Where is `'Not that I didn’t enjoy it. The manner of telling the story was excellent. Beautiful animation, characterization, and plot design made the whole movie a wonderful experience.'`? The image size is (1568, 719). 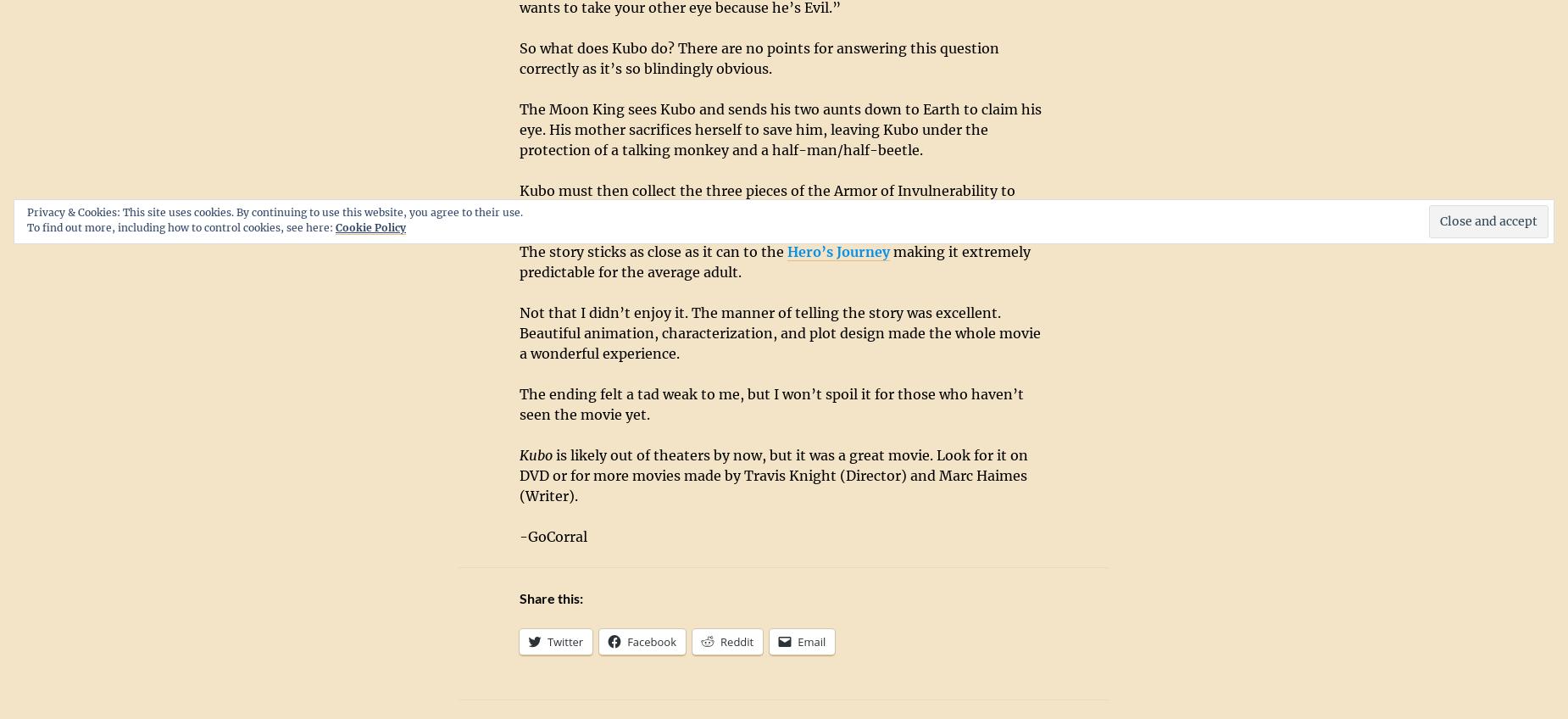 'Not that I didn’t enjoy it. The manner of telling the story was excellent. Beautiful animation, characterization, and plot design made the whole movie a wonderful experience.' is located at coordinates (780, 332).